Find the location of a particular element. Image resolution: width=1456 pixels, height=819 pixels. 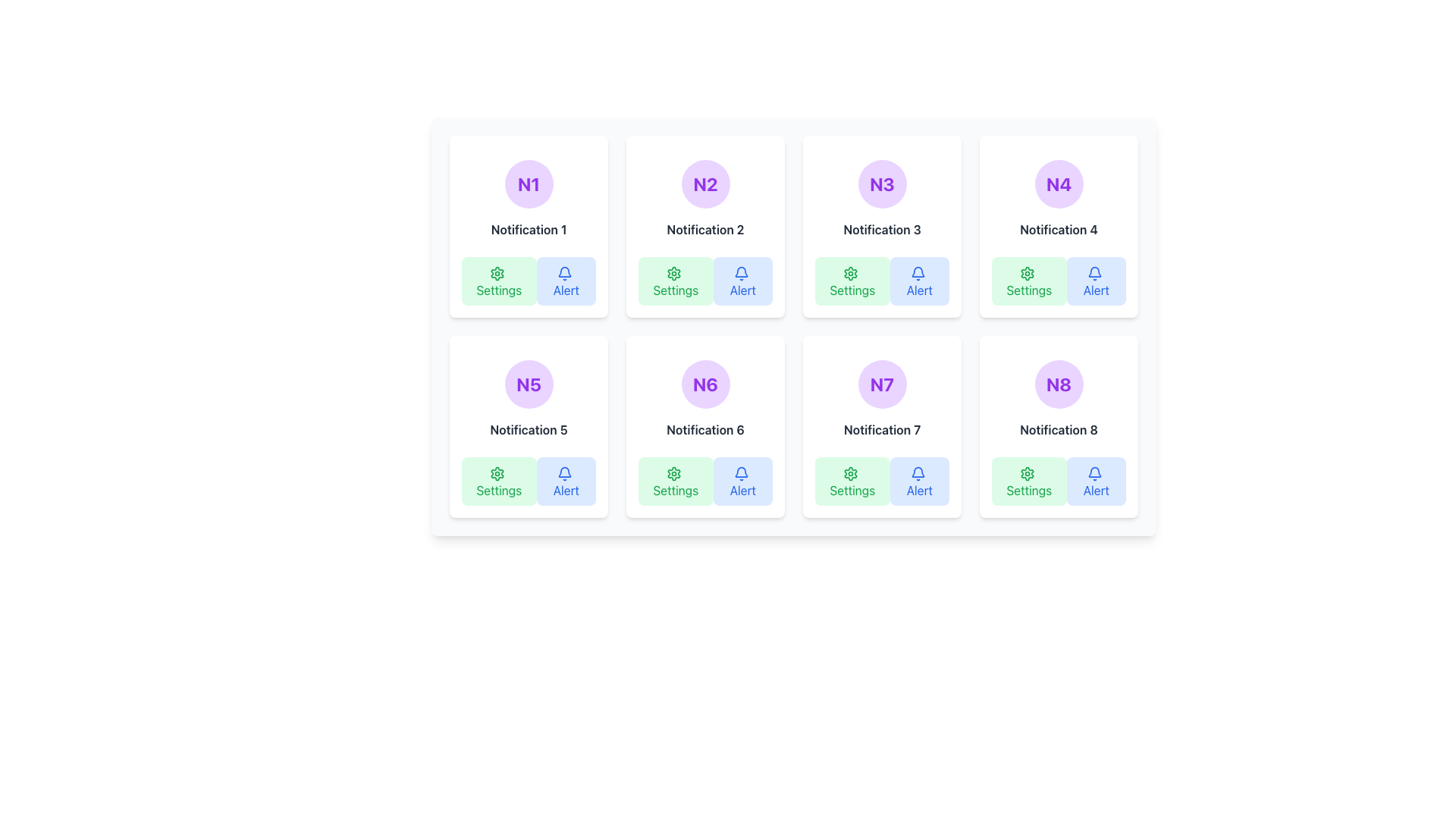

the text label for 'Notification 2', which is positioned in the middle of the card layout, directly below the circular label 'N2' is located at coordinates (704, 230).